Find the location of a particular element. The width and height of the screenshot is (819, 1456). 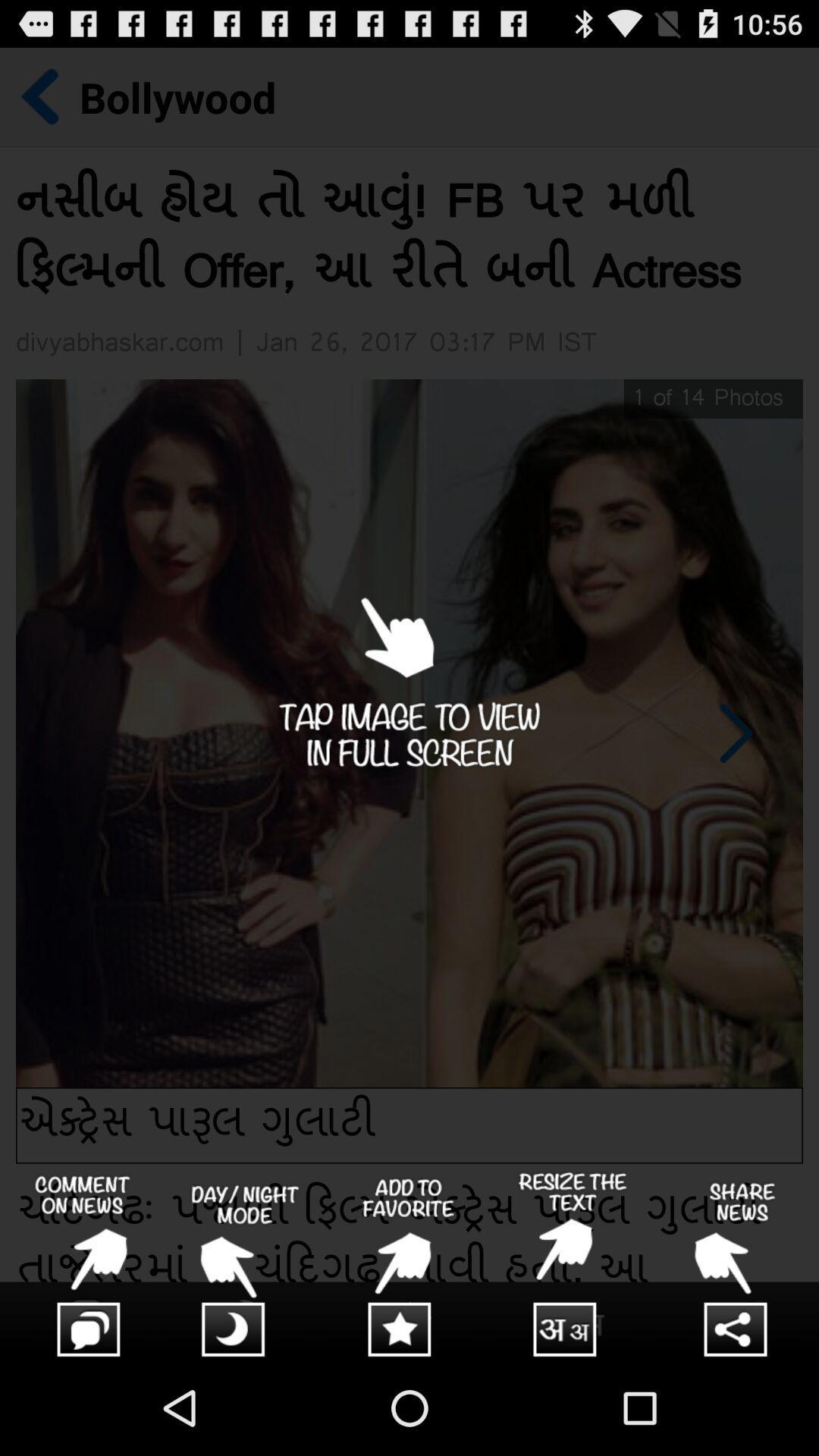

message is located at coordinates (82, 1266).